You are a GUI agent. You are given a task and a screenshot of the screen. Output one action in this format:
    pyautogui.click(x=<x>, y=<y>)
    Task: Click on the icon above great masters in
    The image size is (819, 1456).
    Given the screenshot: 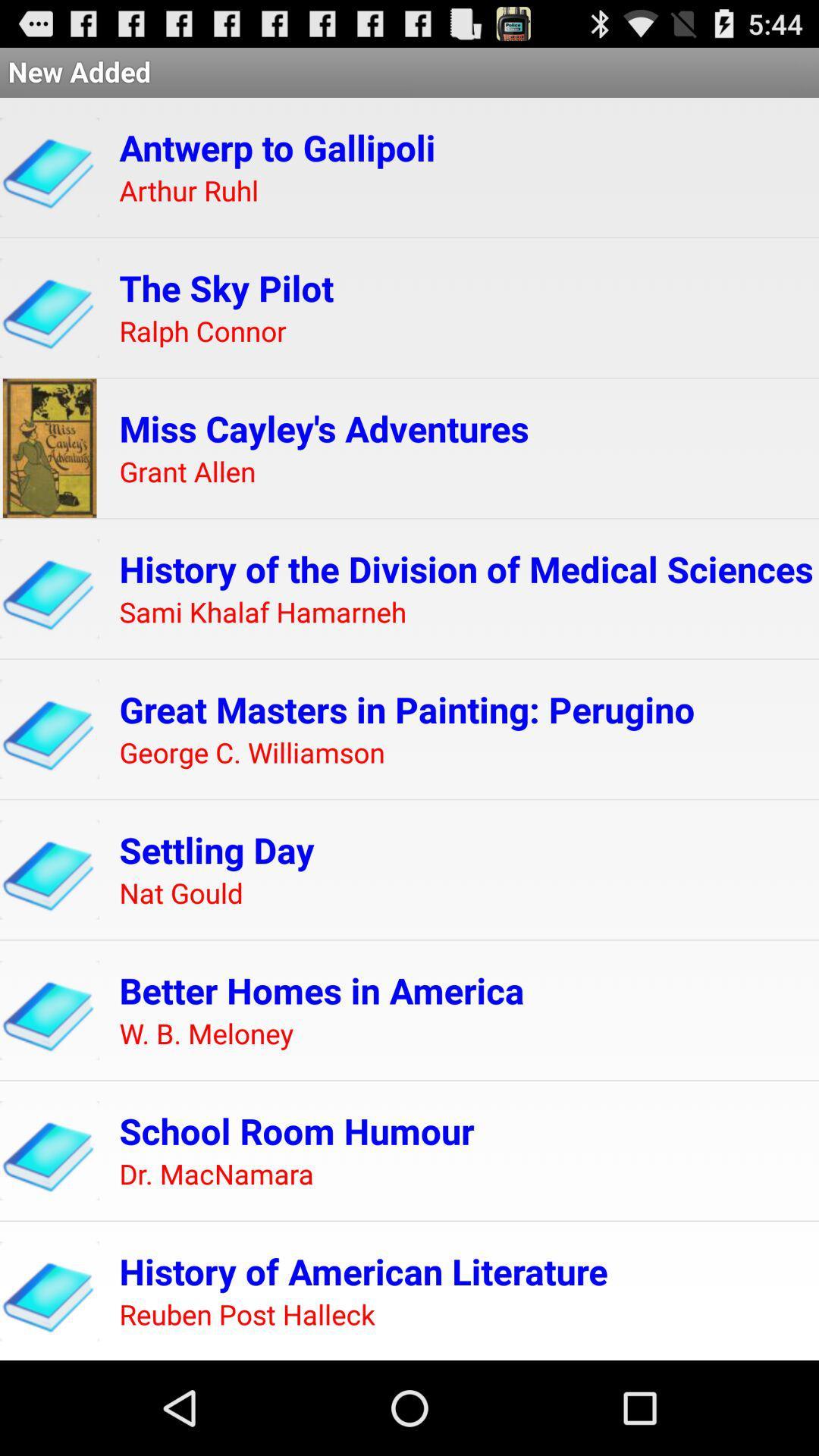 What is the action you would take?
    pyautogui.click(x=262, y=613)
    